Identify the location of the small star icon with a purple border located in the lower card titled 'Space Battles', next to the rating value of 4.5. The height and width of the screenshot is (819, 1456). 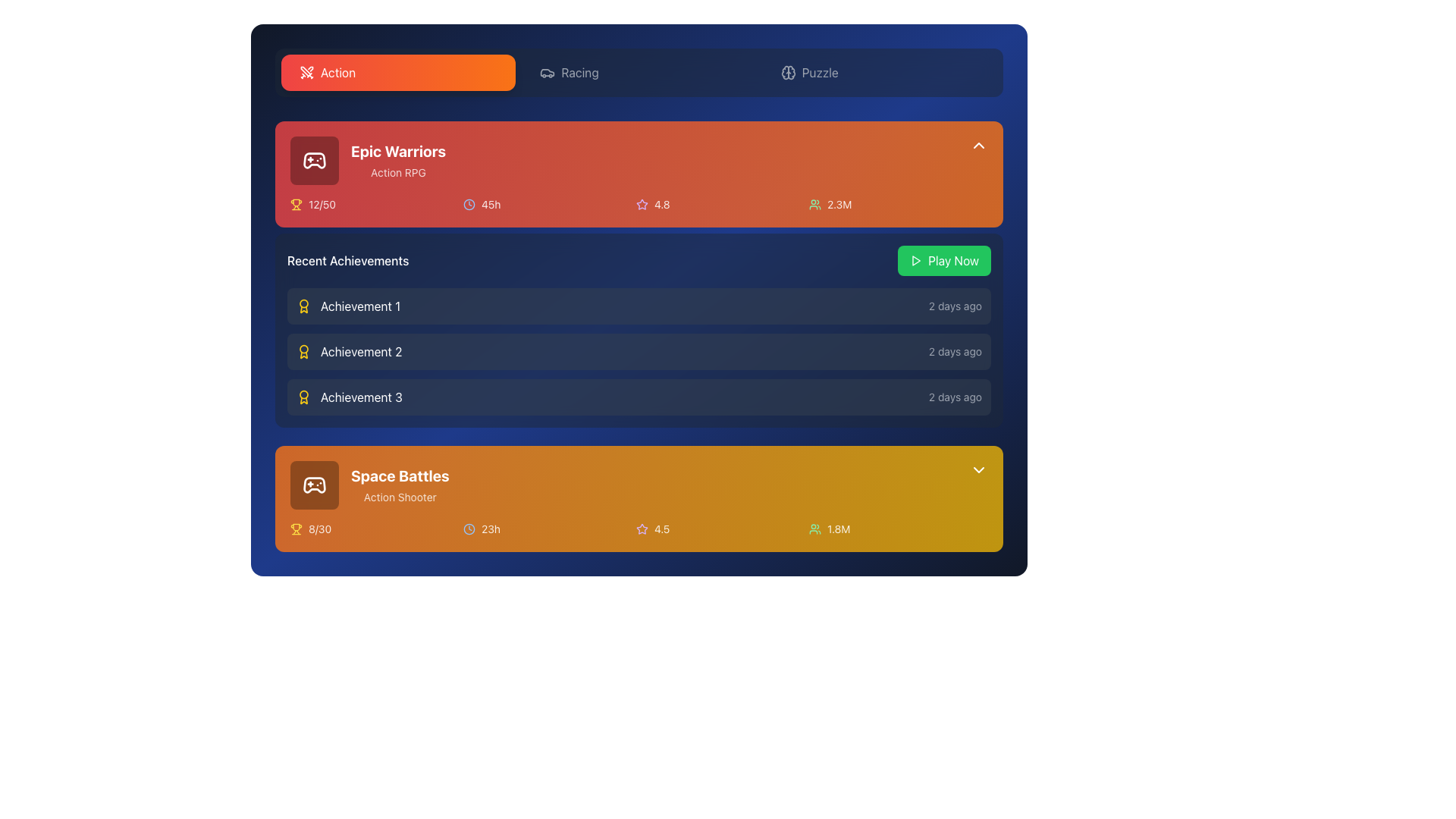
(642, 528).